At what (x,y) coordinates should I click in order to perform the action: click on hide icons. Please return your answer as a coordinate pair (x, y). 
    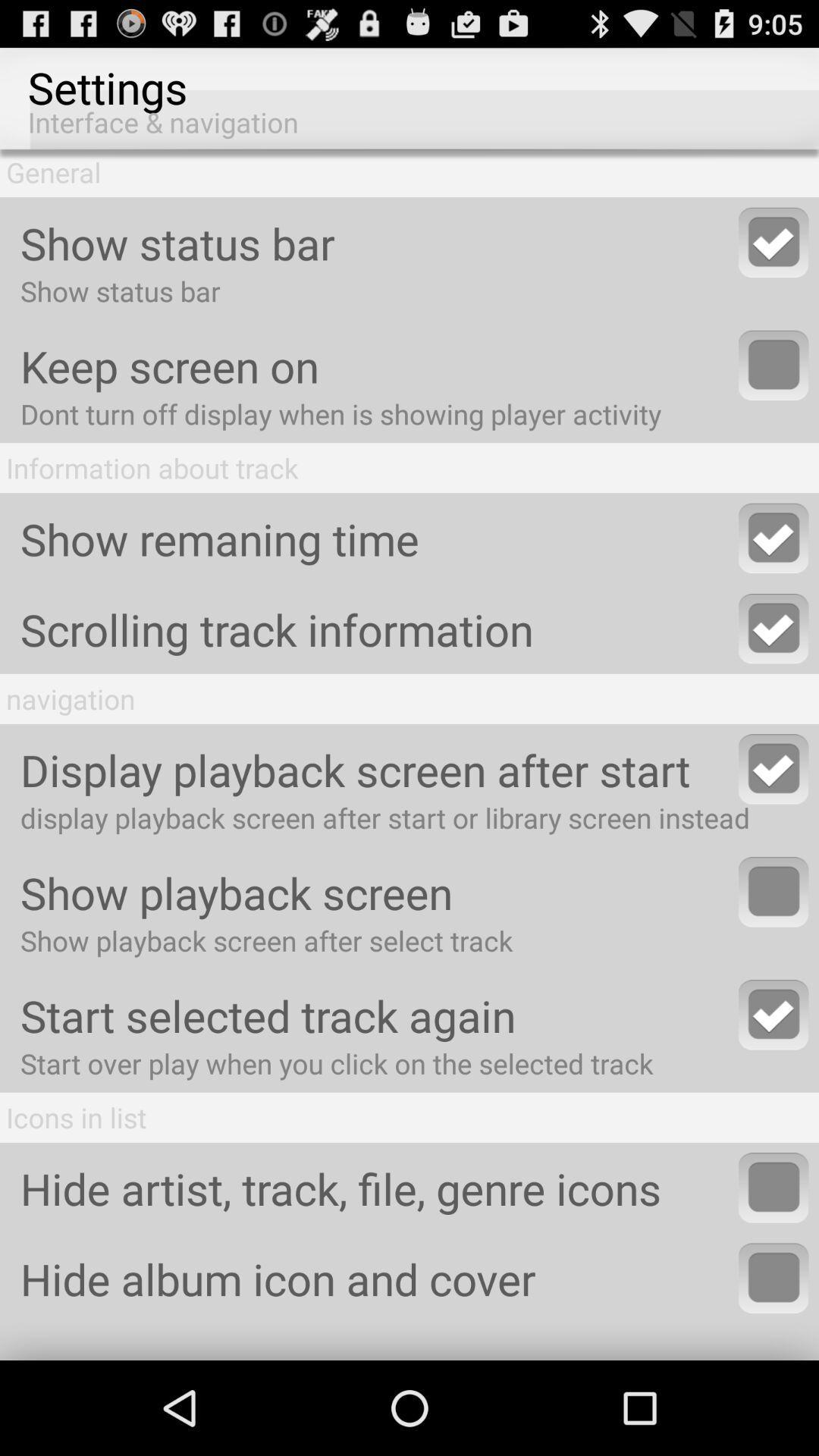
    Looking at the image, I should click on (773, 1187).